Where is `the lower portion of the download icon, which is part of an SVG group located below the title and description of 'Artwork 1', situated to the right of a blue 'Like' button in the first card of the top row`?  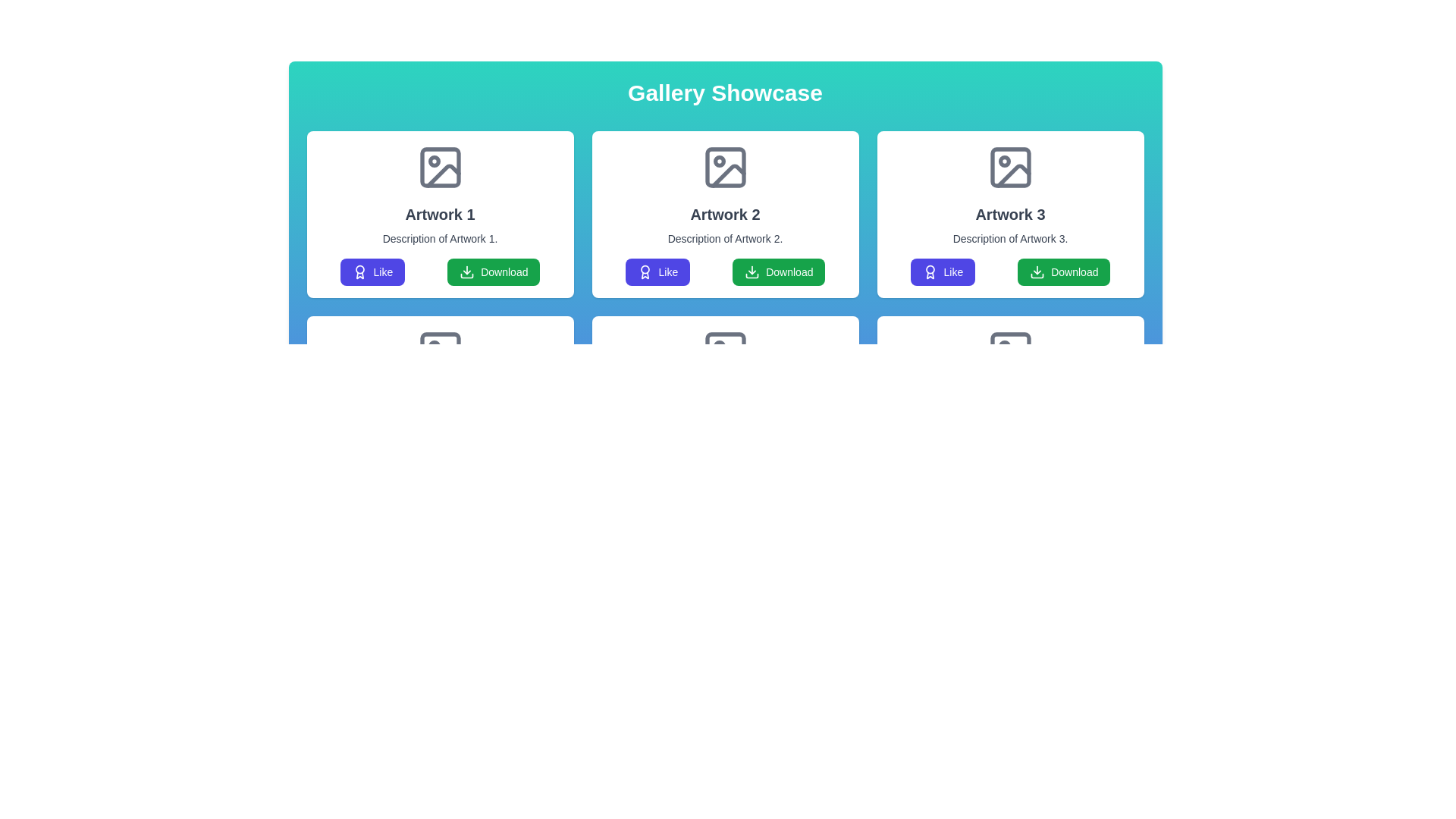 the lower portion of the download icon, which is part of an SVG group located below the title and description of 'Artwork 1', situated to the right of a blue 'Like' button in the first card of the top row is located at coordinates (466, 275).